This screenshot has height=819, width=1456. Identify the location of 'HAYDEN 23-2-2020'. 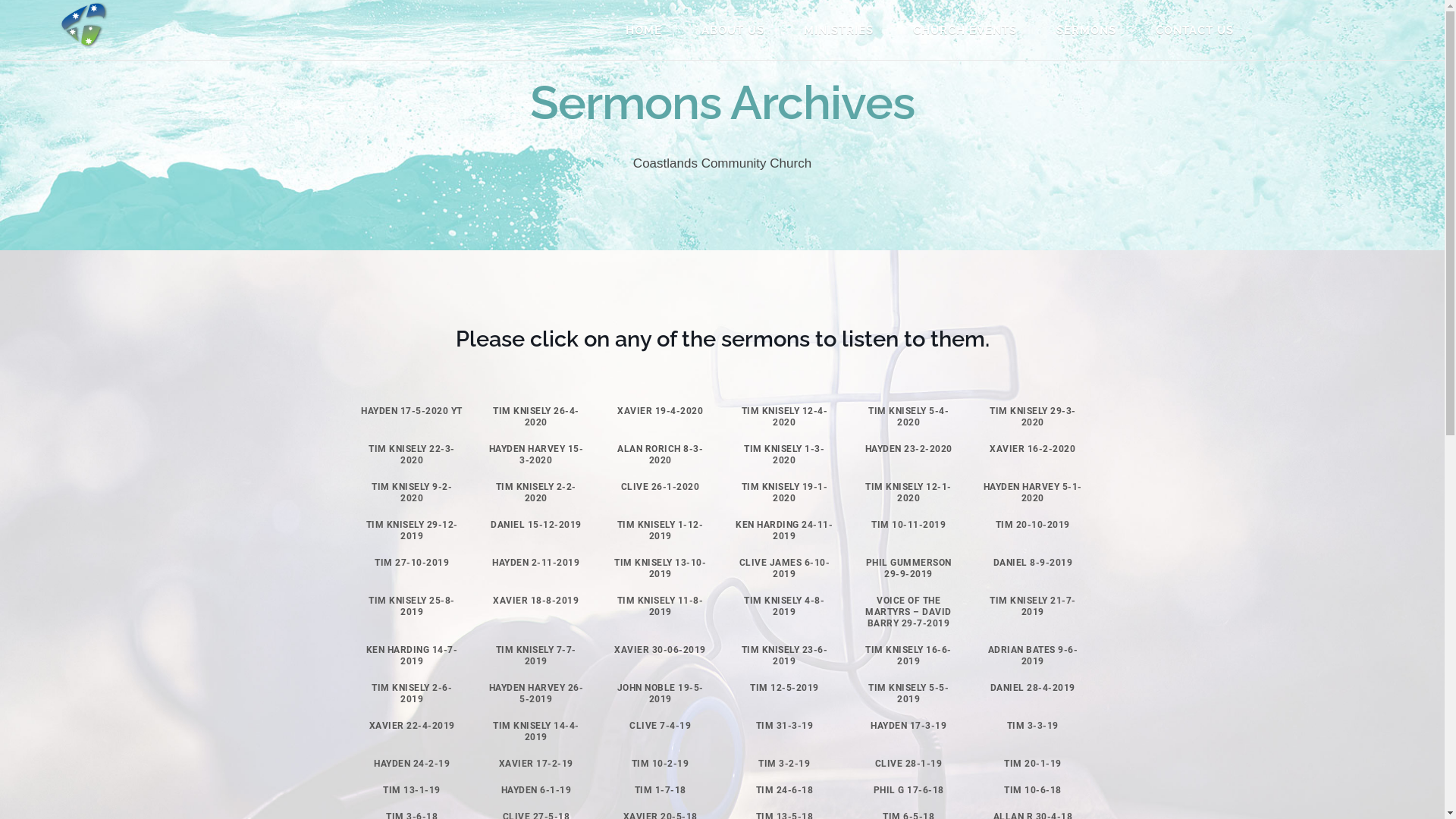
(908, 447).